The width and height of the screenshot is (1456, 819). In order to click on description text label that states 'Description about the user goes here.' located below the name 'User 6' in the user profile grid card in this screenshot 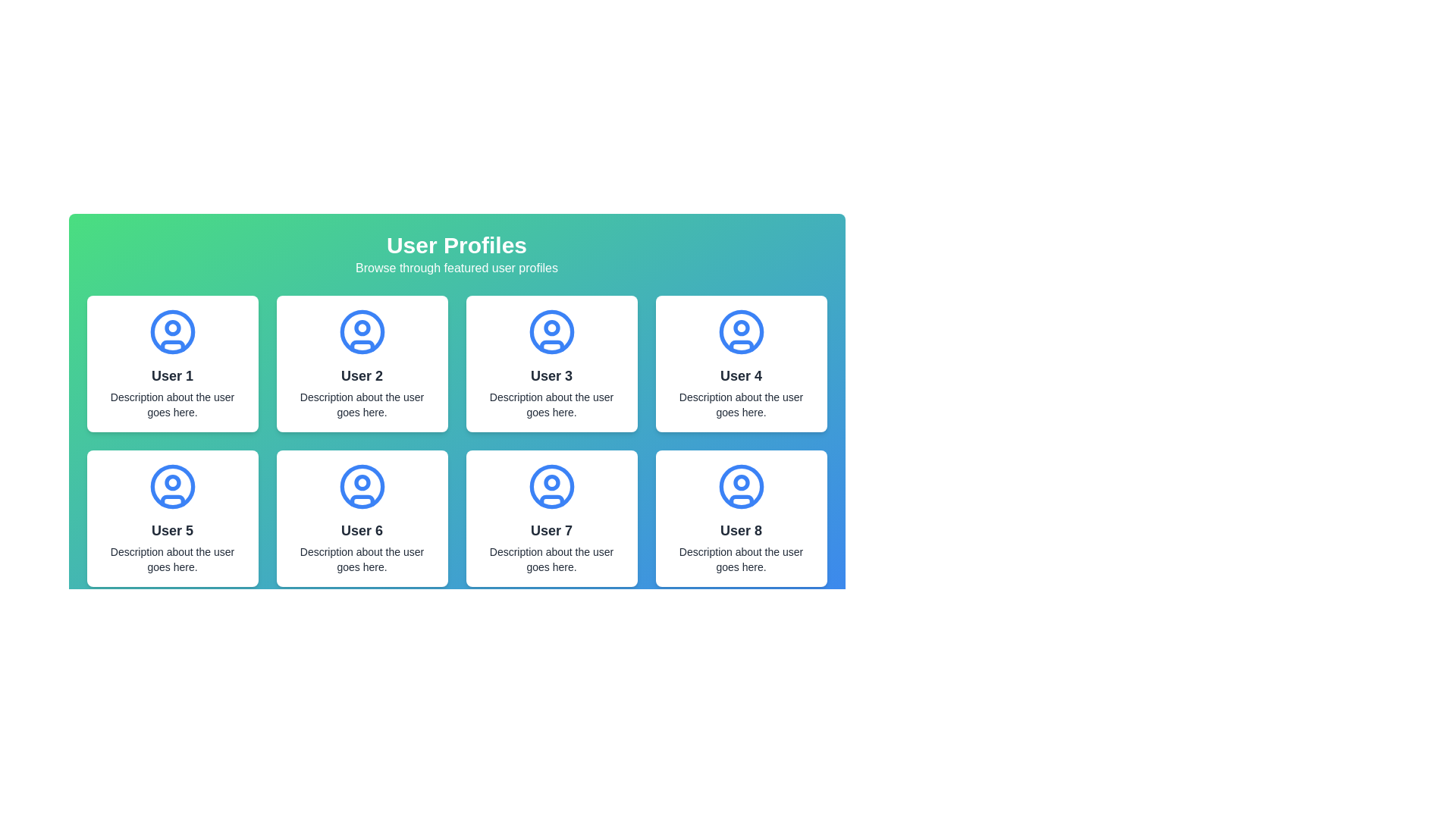, I will do `click(361, 559)`.